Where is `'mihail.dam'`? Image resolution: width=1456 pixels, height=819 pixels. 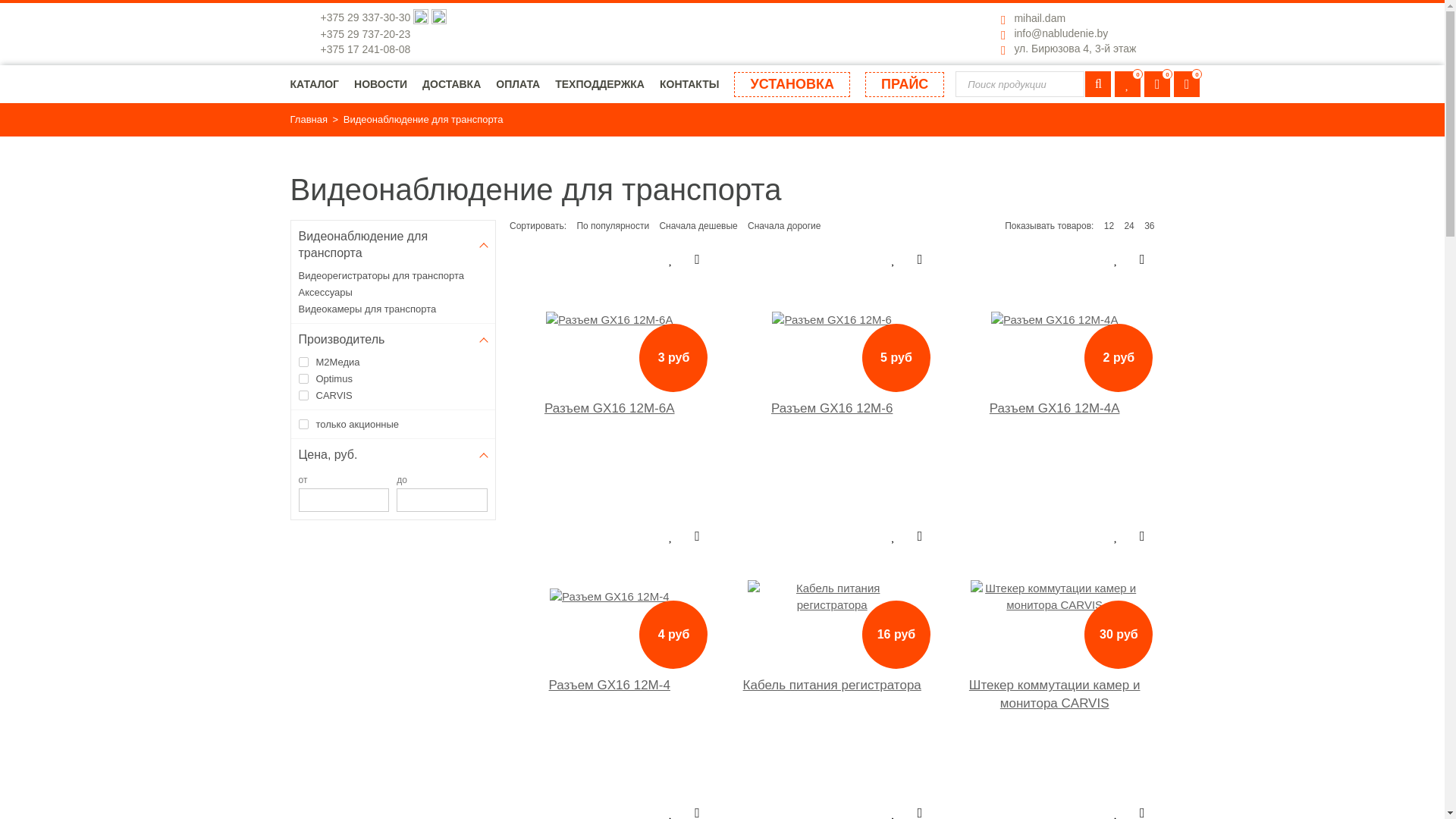 'mihail.dam' is located at coordinates (1039, 17).